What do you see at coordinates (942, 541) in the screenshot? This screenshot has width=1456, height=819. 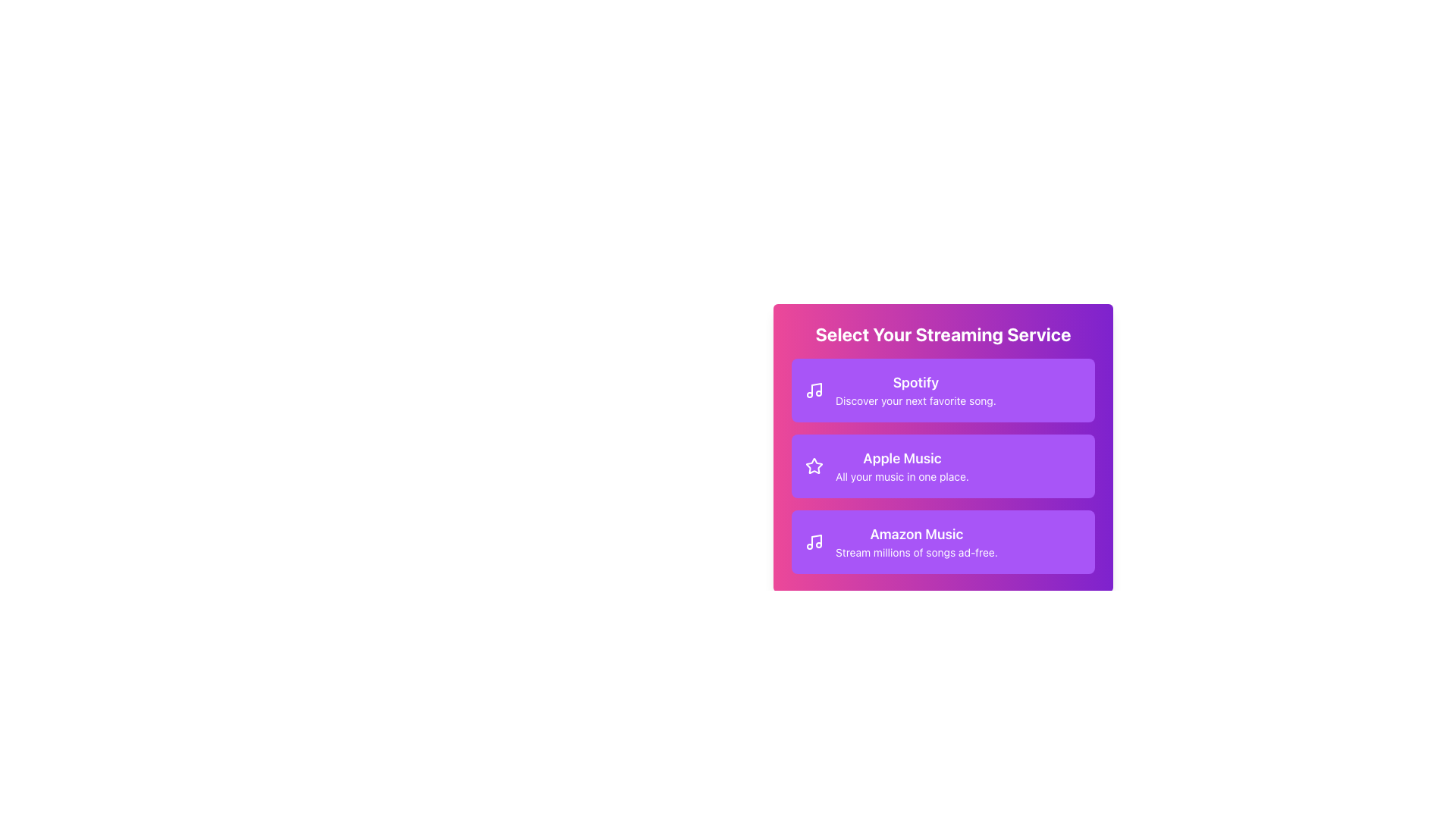 I see `the 'Amazon Music' interactive button with a purple background and white text` at bounding box center [942, 541].